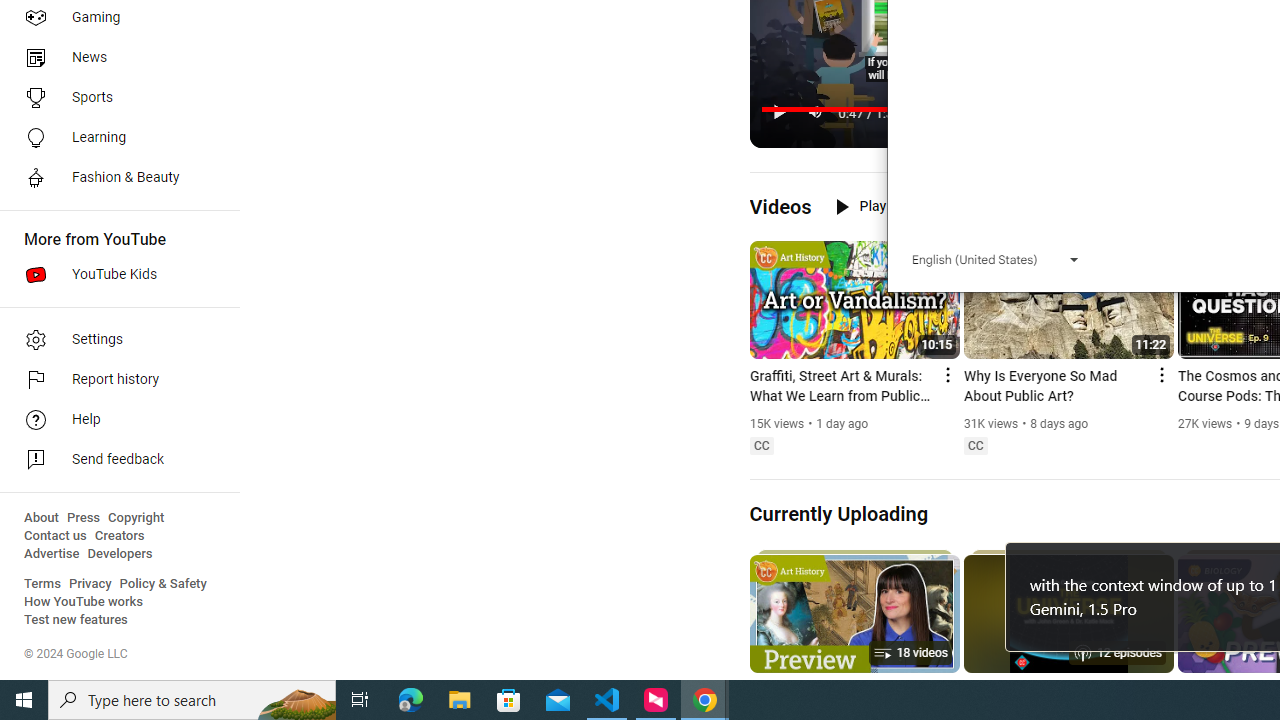 This screenshot has width=1280, height=720. Describe the element at coordinates (82, 601) in the screenshot. I see `'How YouTube works'` at that location.